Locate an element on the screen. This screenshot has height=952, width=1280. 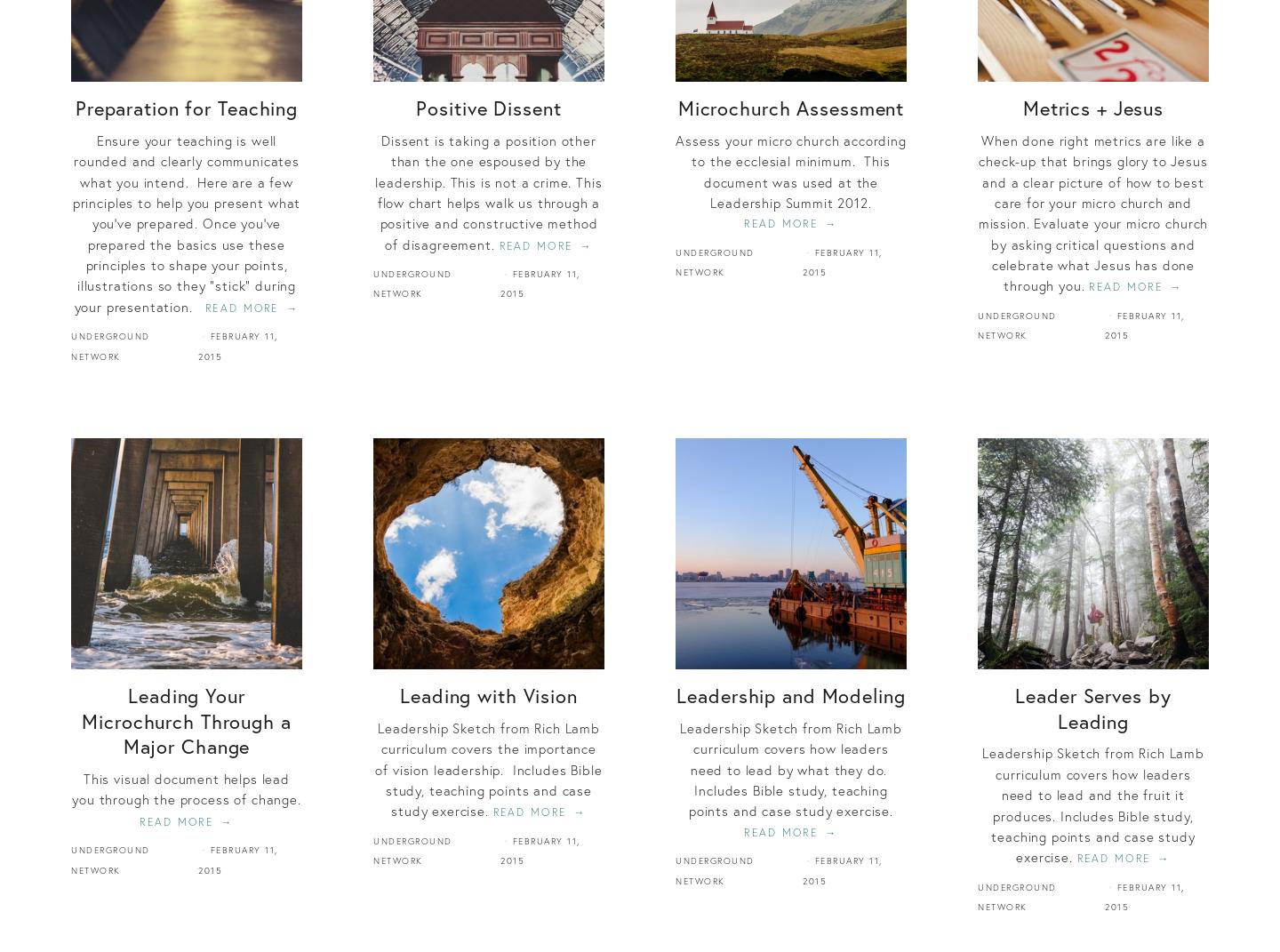
'Ensure your teaching is well rounded and clearly communicates what you intend.  Here are a few principles to help you present what you’ve prepared. Once you’ve prepared the basics use these principles to shape your points, illustrations so they “stick” during your presentation.' is located at coordinates (186, 222).